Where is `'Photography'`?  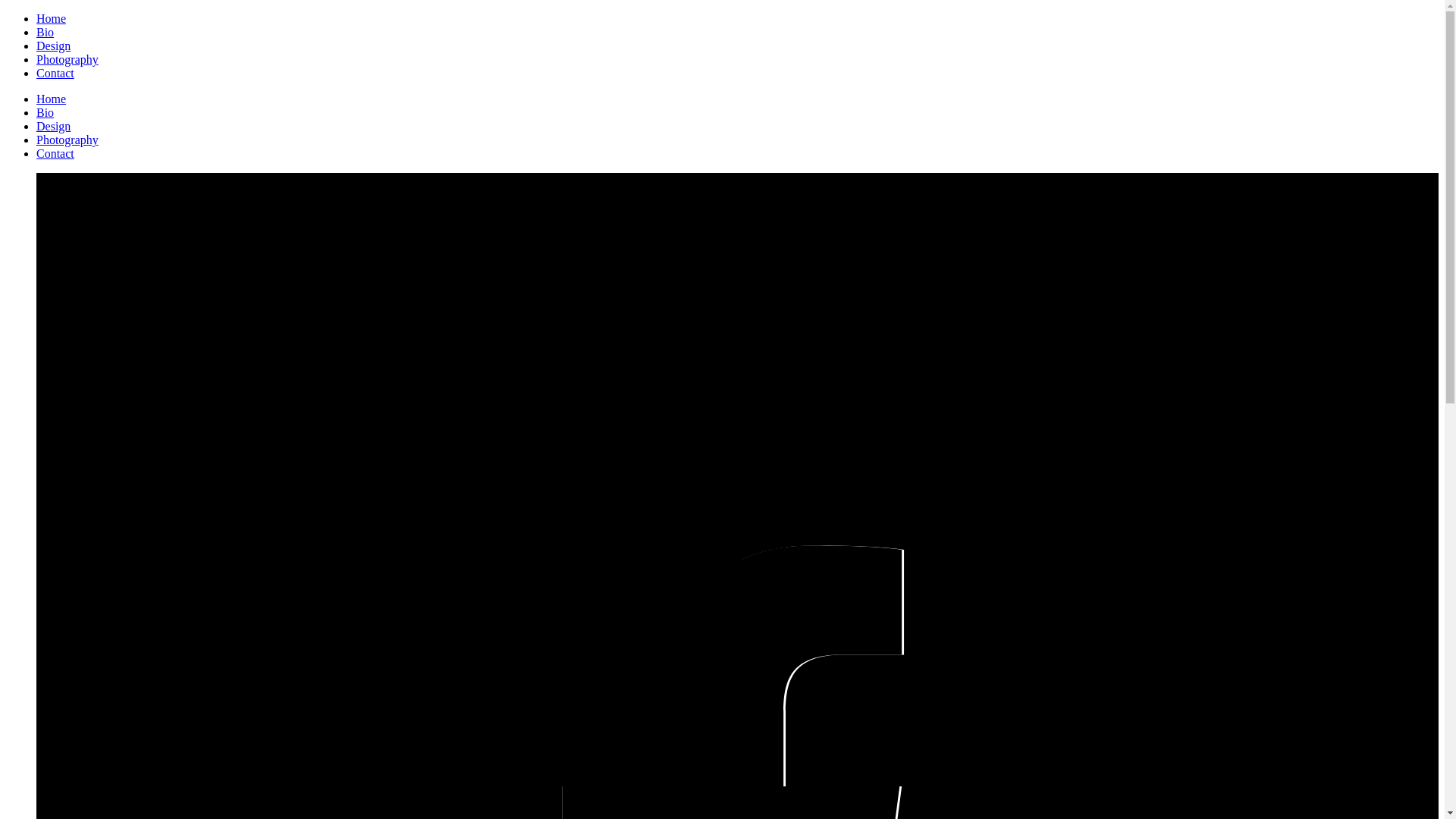 'Photography' is located at coordinates (36, 140).